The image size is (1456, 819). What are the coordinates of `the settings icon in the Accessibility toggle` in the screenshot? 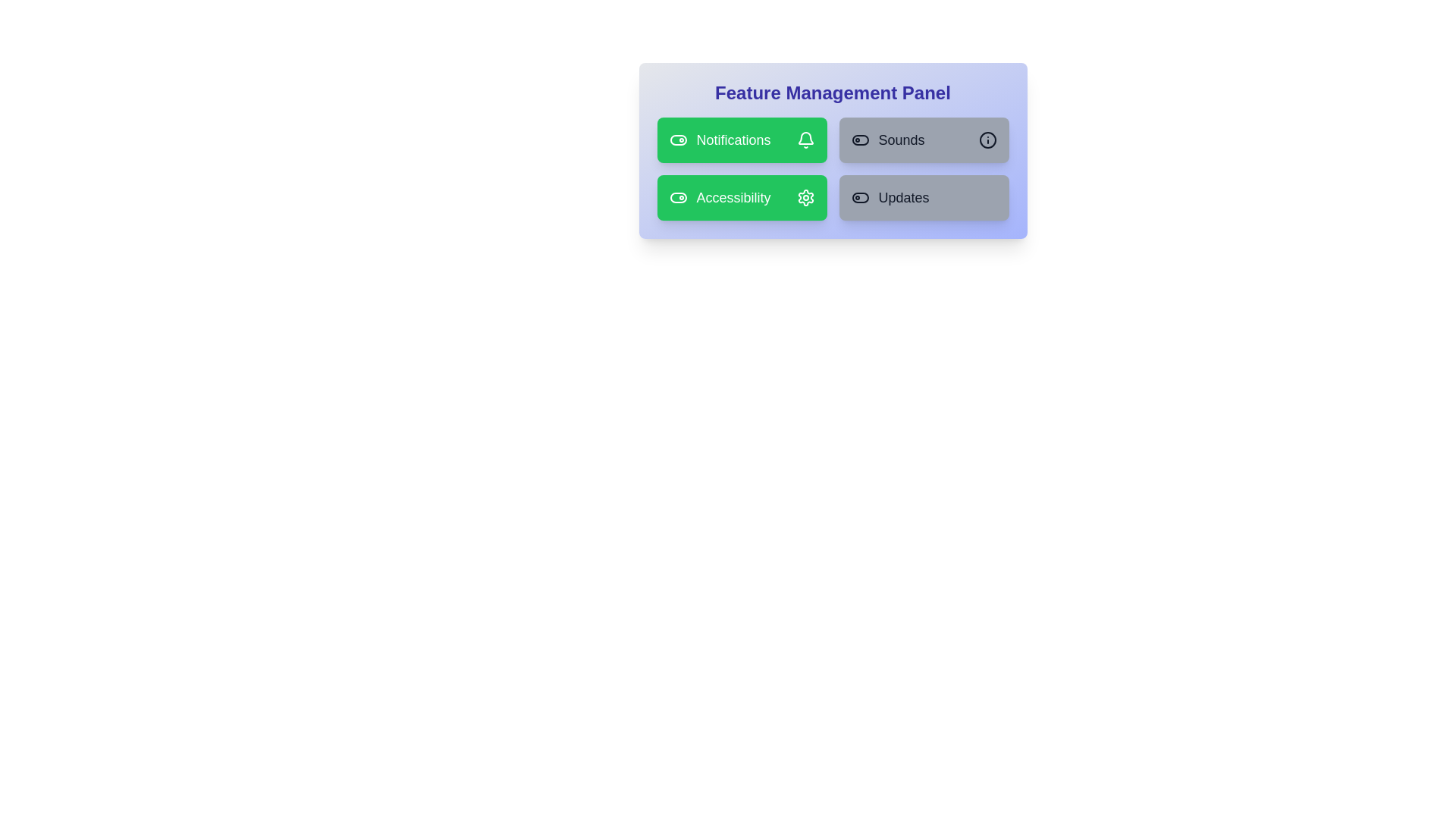 It's located at (805, 197).